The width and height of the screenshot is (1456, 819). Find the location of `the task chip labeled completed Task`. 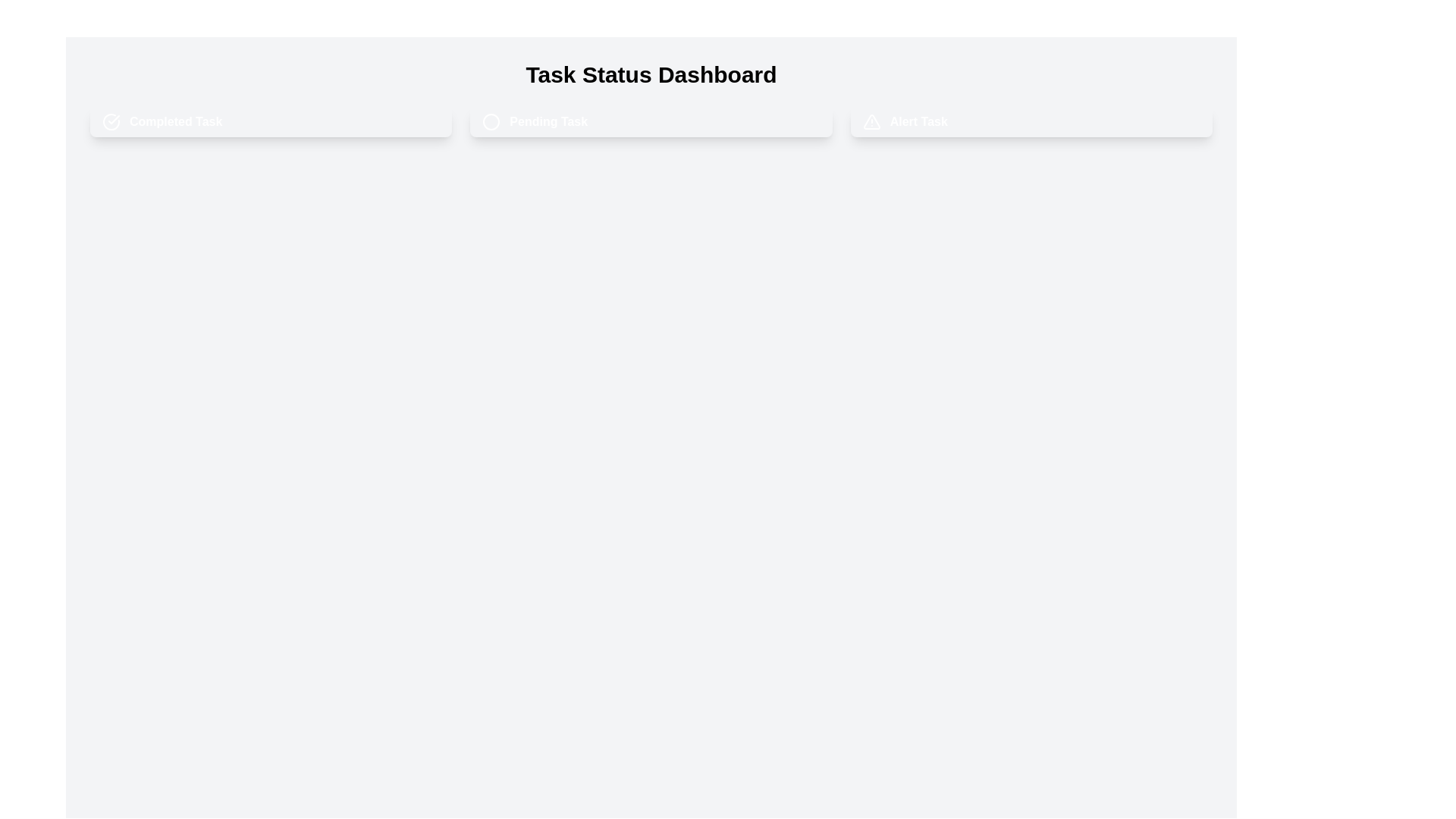

the task chip labeled completed Task is located at coordinates (271, 121).